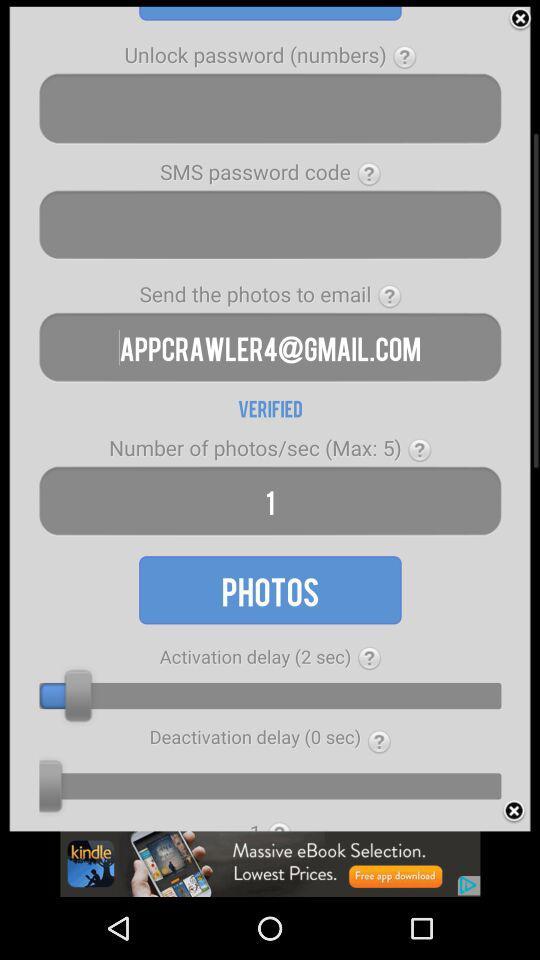  I want to click on the box below unlock password numbers, so click(270, 108).